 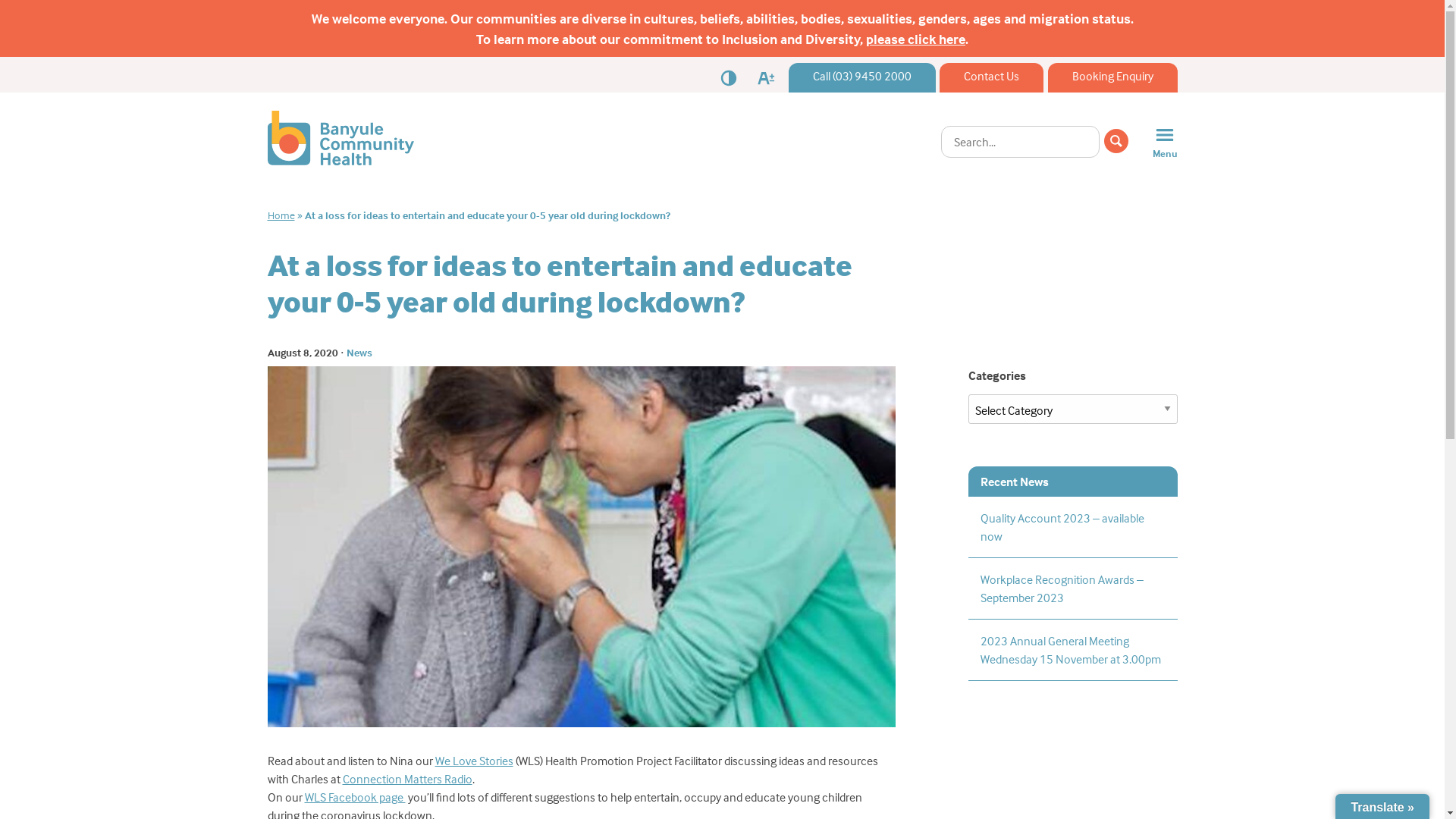 I want to click on 'Connection Matters Radio', so click(x=407, y=778).